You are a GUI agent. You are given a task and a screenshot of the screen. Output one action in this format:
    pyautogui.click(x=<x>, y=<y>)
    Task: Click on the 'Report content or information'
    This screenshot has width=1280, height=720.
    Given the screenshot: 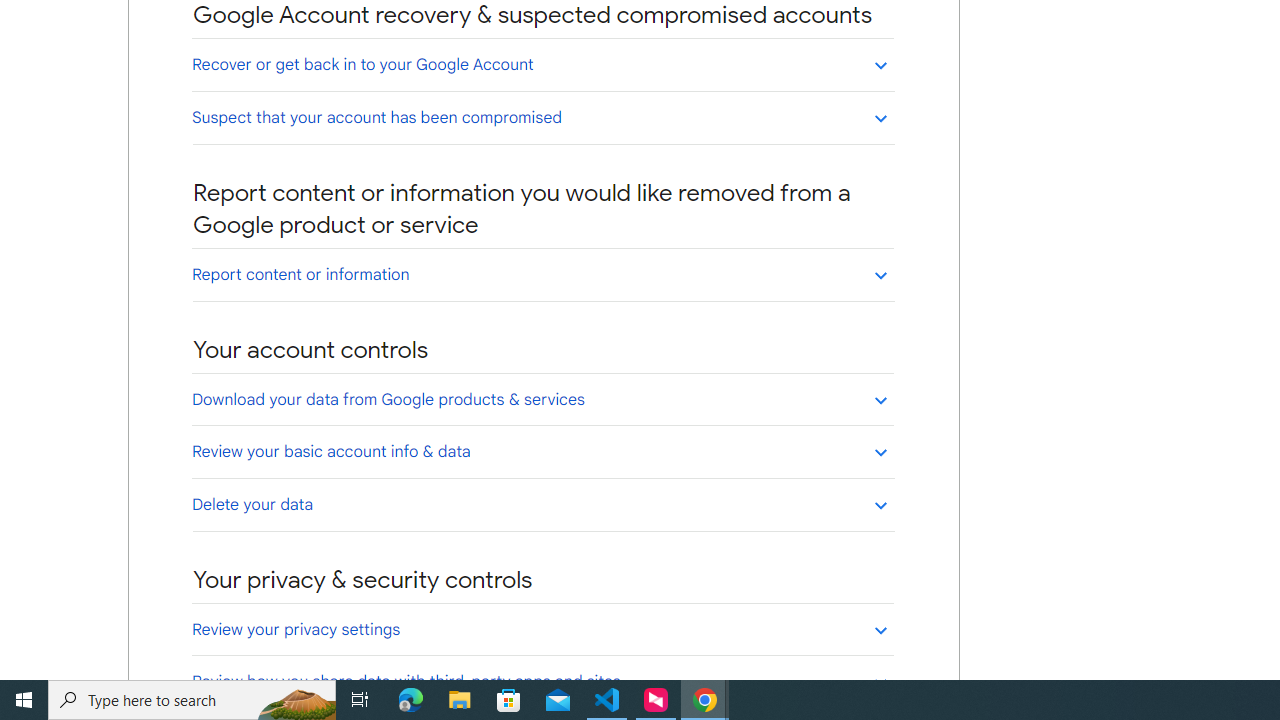 What is the action you would take?
    pyautogui.click(x=542, y=274)
    